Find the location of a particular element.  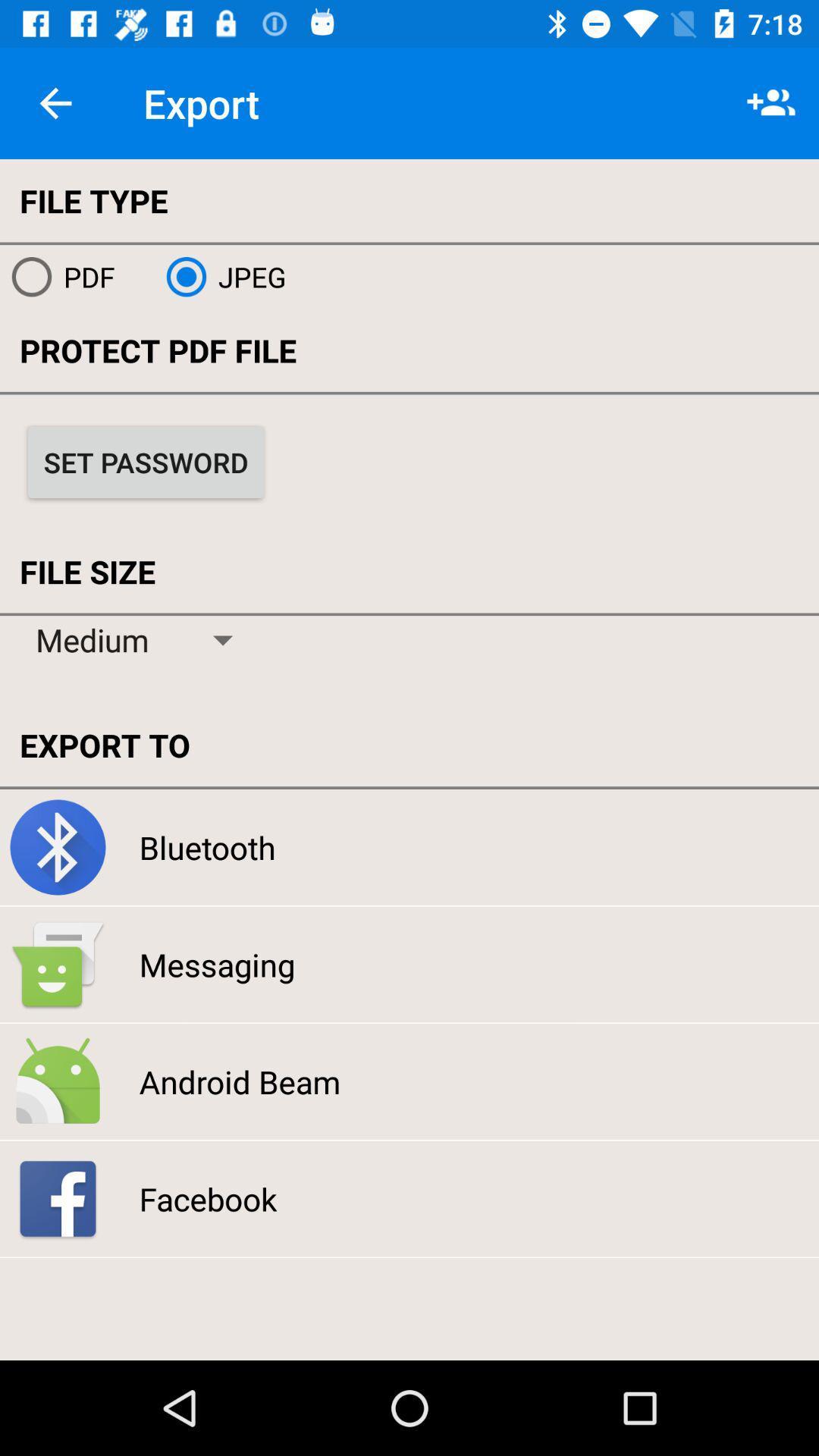

the item above the file size item is located at coordinates (146, 461).